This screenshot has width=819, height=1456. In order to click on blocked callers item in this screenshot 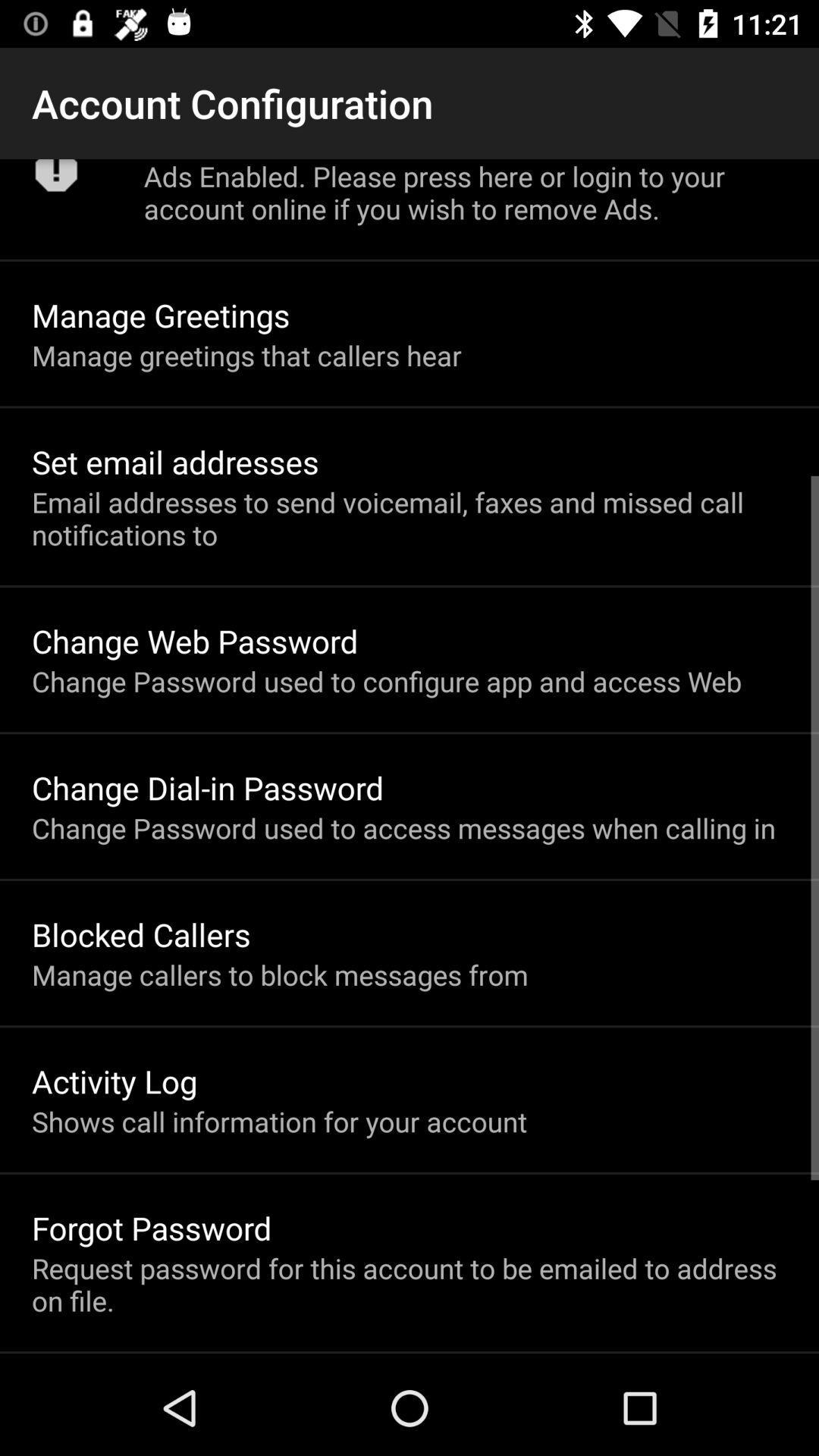, I will do `click(141, 934)`.